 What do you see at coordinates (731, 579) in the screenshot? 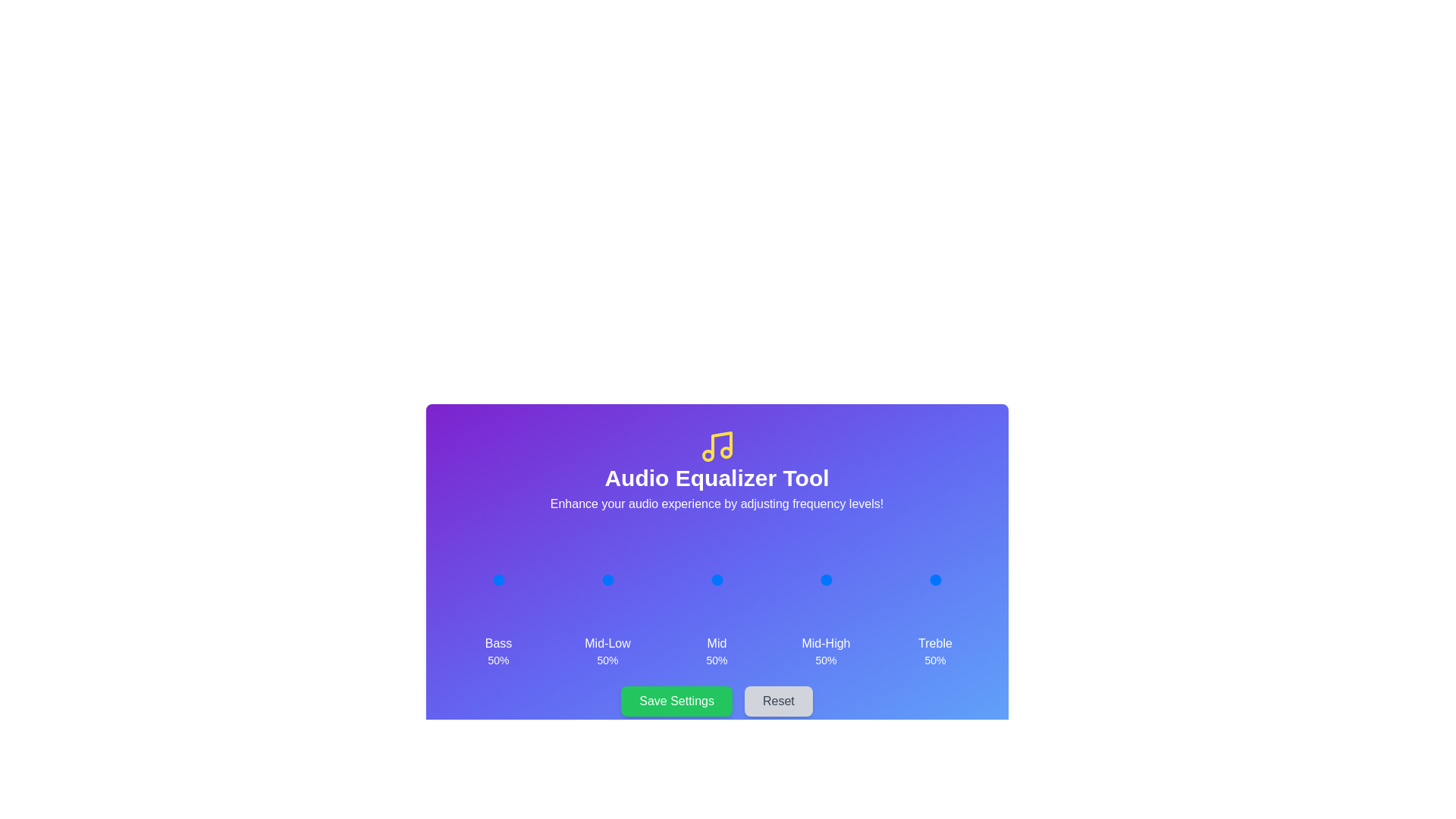
I see `the 2 slider to 79%` at bounding box center [731, 579].